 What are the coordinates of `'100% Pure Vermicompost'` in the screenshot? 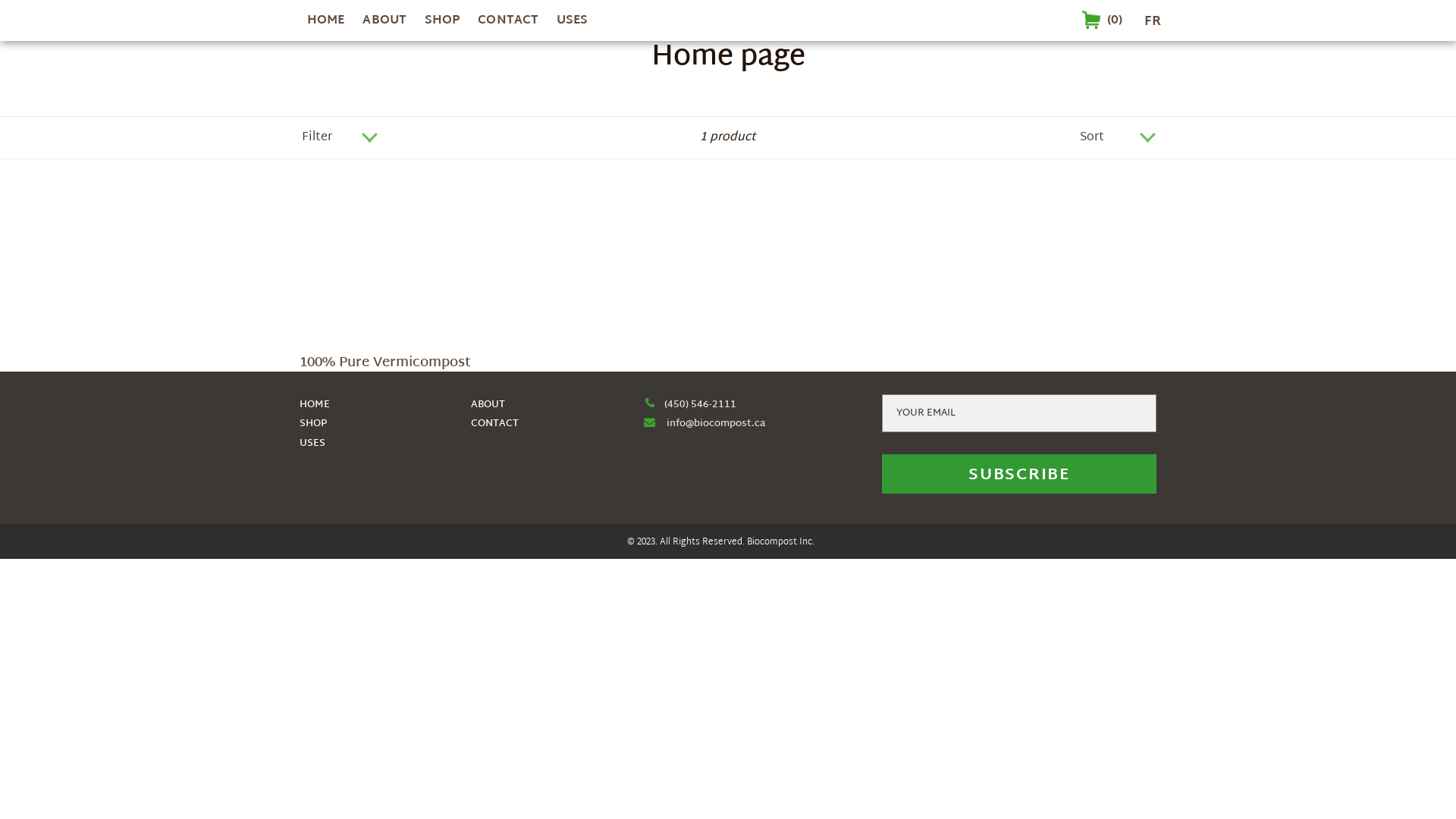 It's located at (299, 286).